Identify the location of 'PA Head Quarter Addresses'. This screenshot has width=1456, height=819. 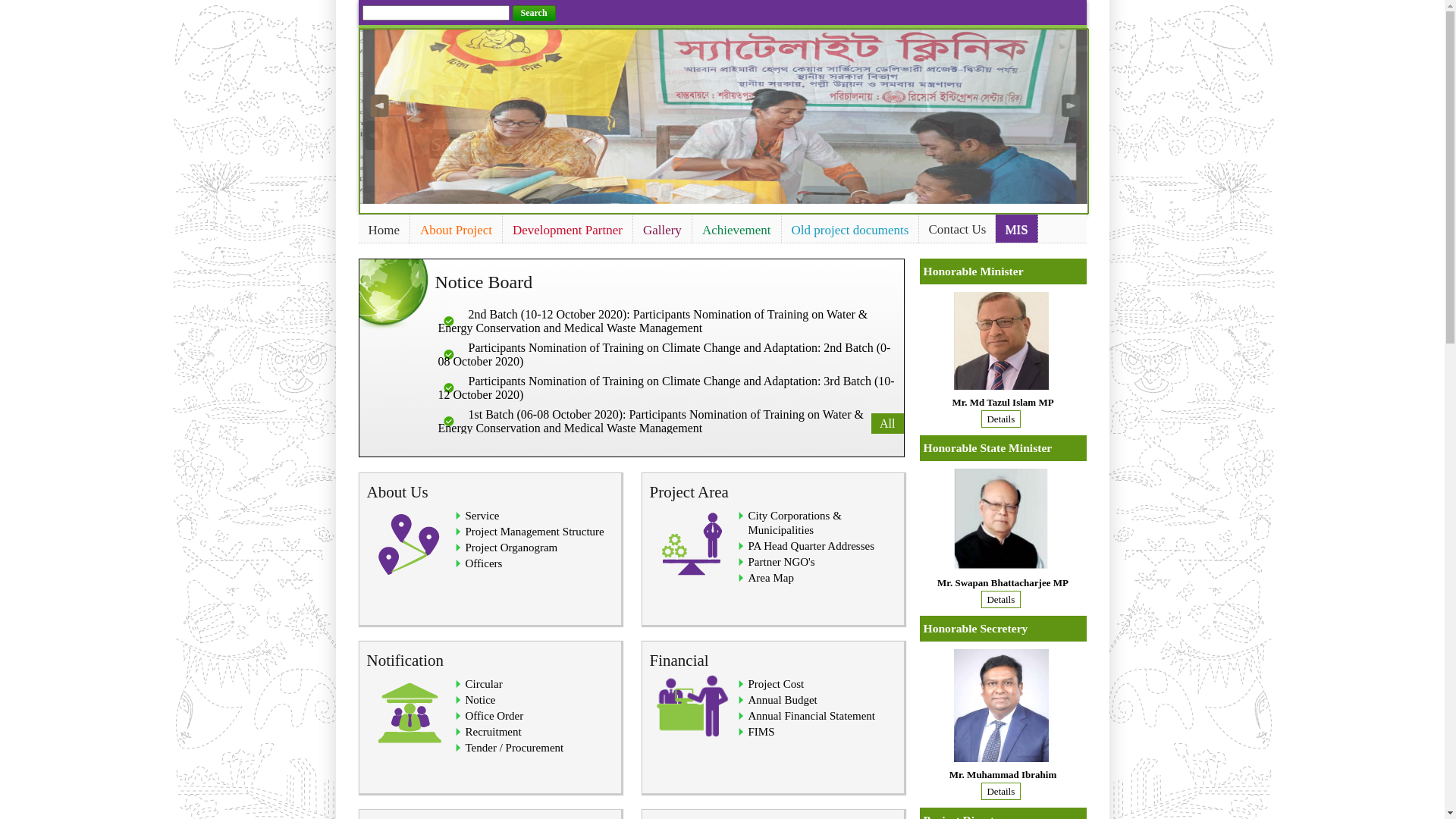
(810, 546).